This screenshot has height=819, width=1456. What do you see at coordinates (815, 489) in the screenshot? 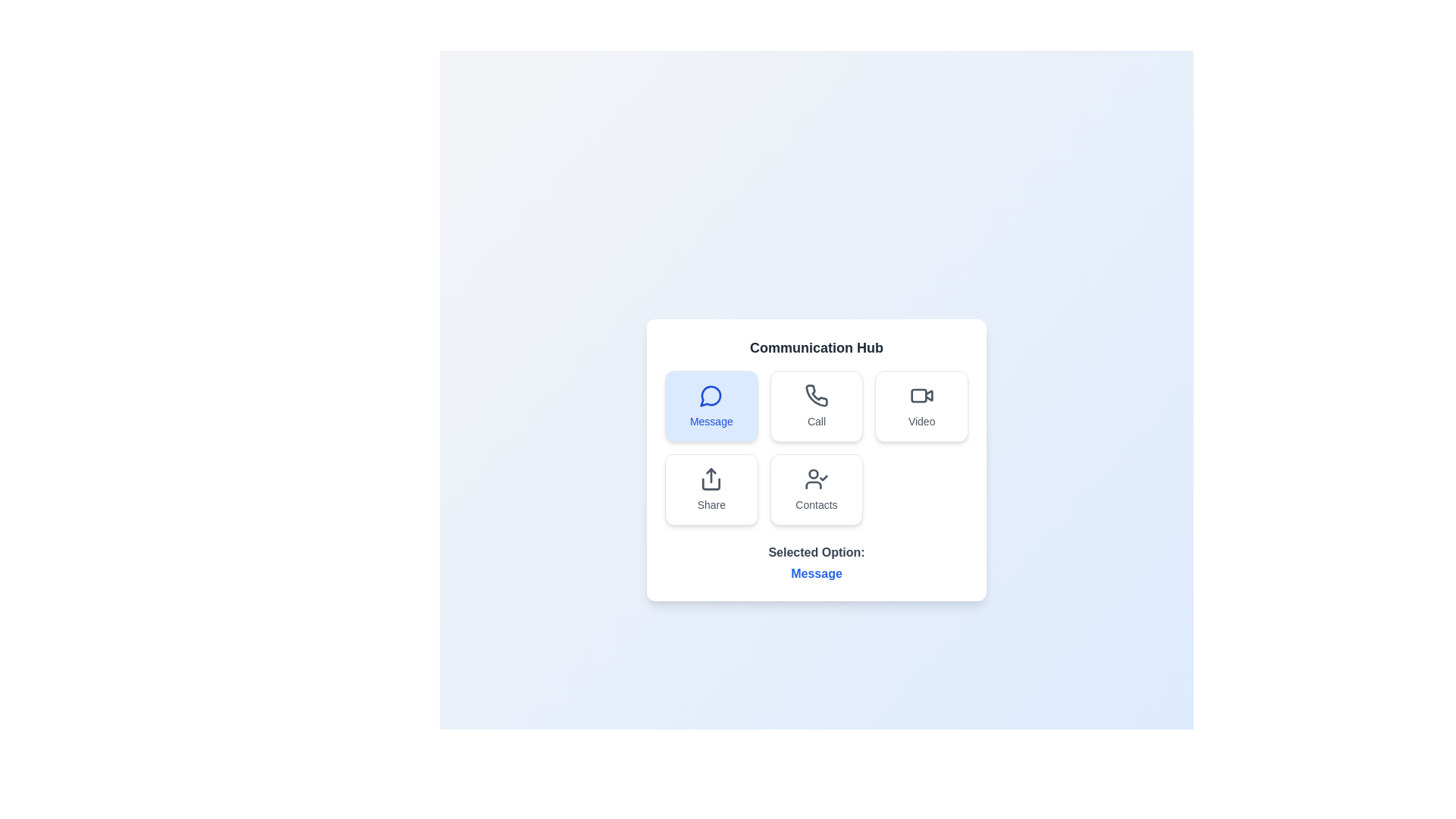
I see `the option Contacts in the Communication Hub` at bounding box center [815, 489].